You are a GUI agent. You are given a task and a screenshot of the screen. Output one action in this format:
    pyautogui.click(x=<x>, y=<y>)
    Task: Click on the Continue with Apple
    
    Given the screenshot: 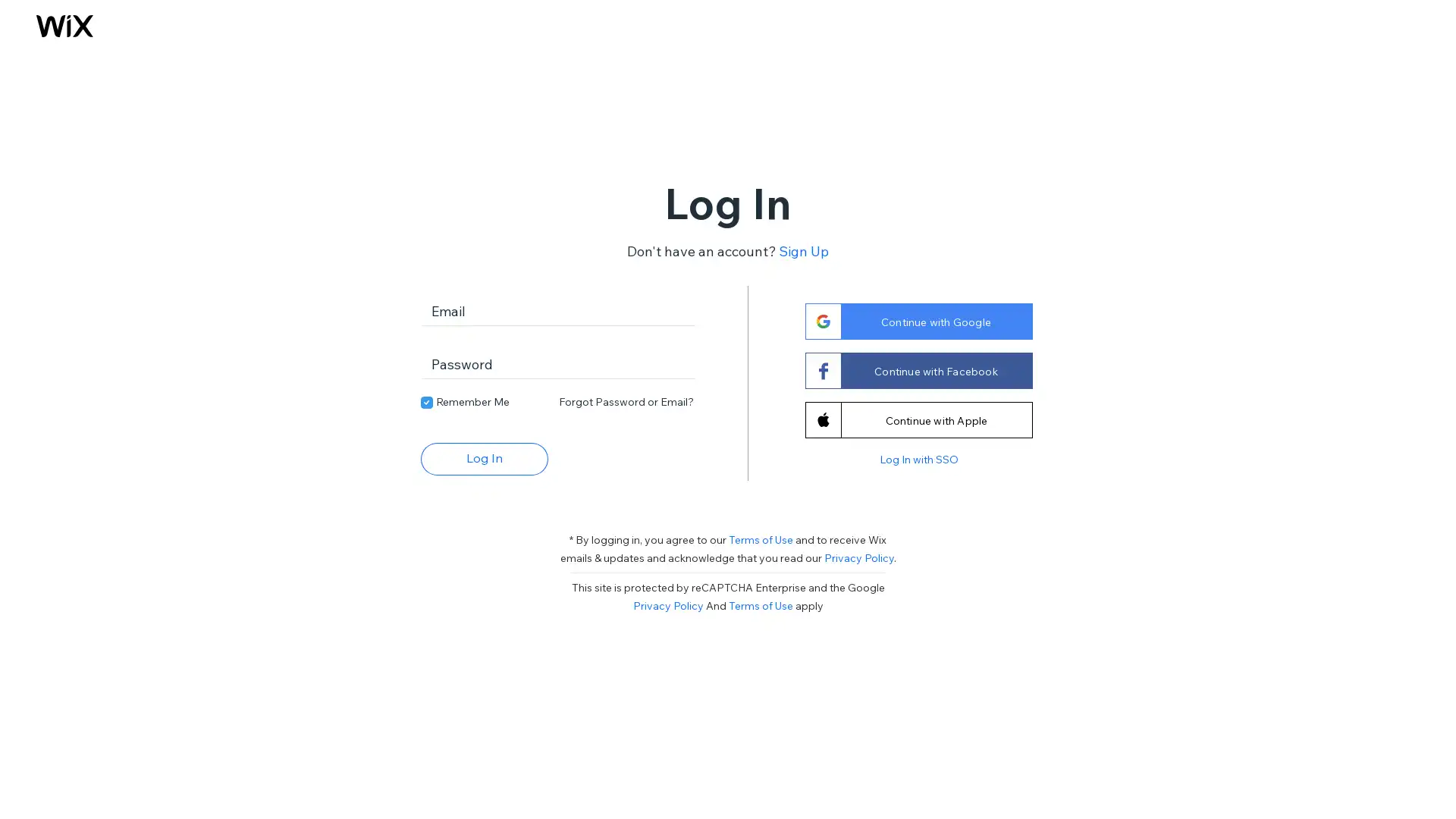 What is the action you would take?
    pyautogui.click(x=917, y=419)
    